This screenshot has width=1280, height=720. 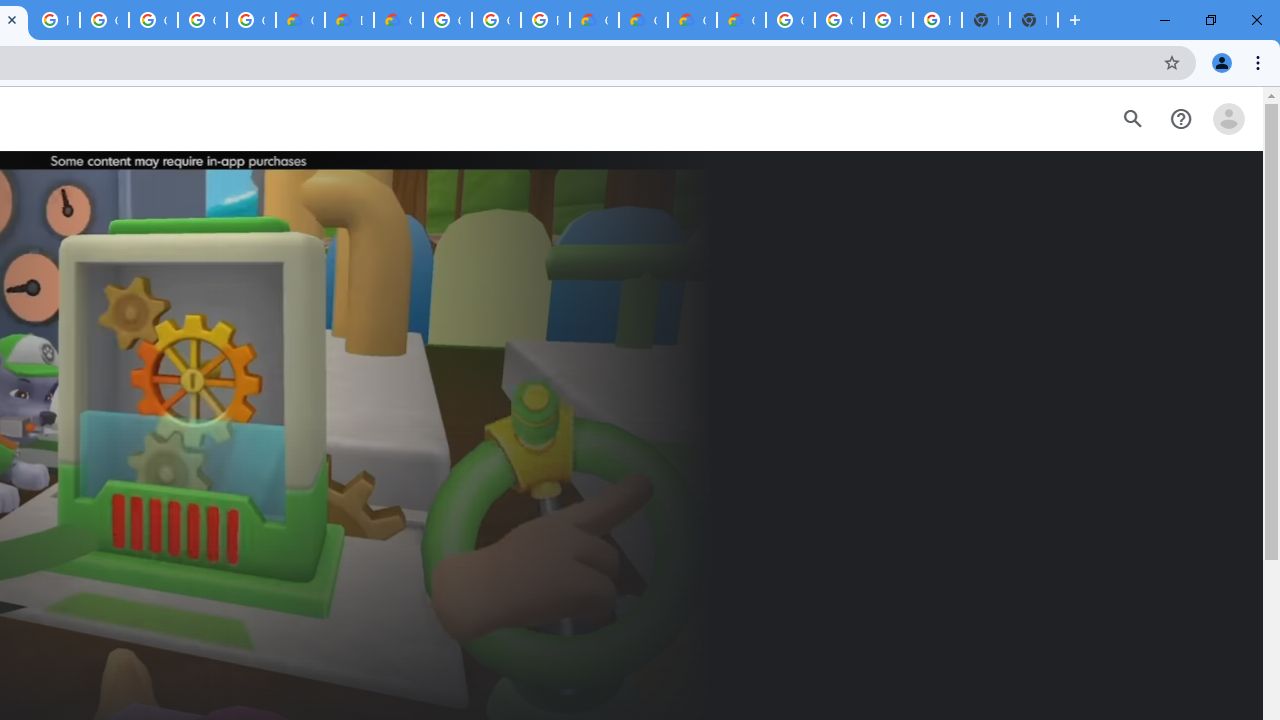 I want to click on 'Google Cloud Pricing Calculator', so click(x=692, y=20).